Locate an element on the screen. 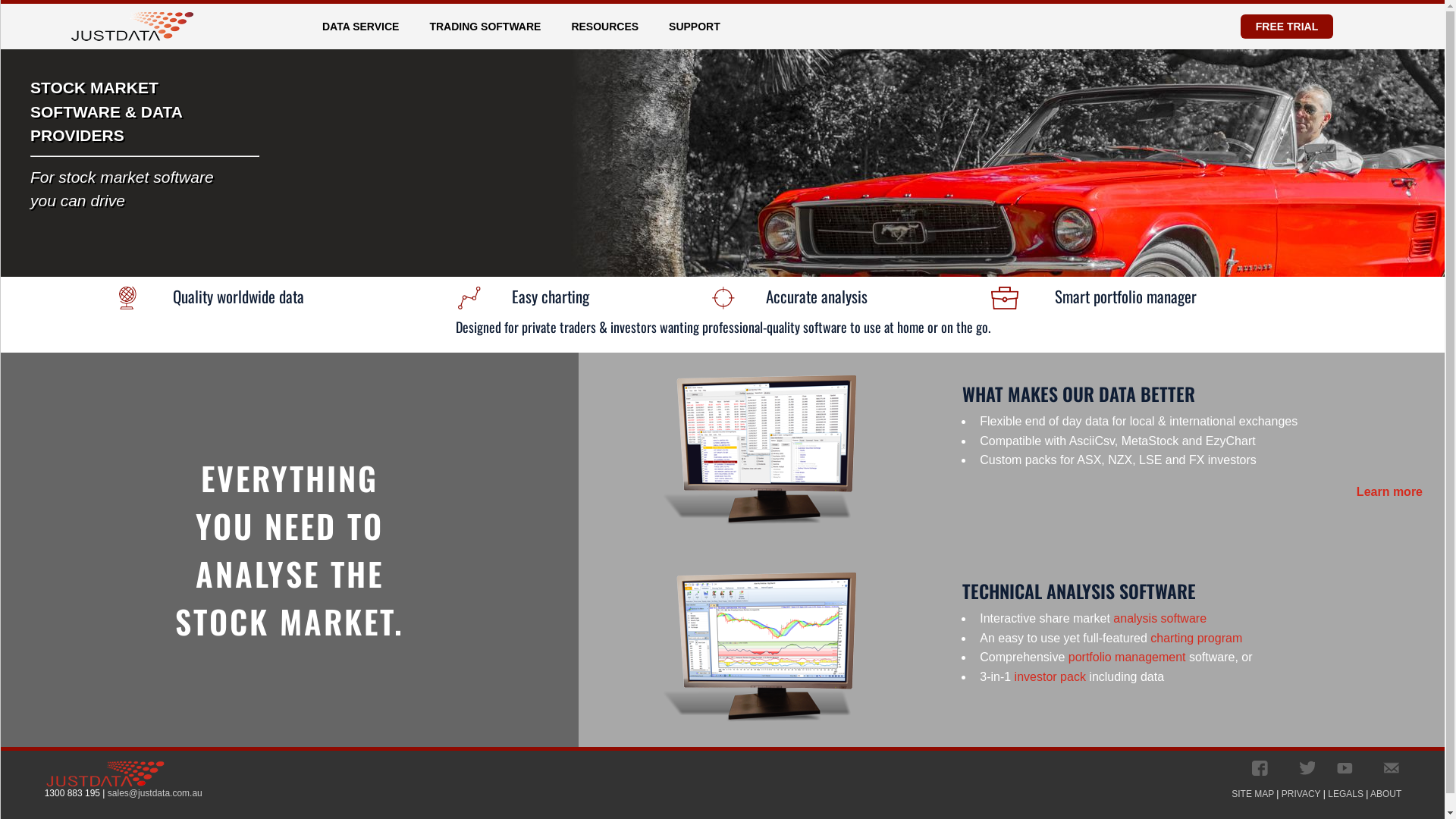 The image size is (1456, 819). 'charting program' is located at coordinates (1195, 638).